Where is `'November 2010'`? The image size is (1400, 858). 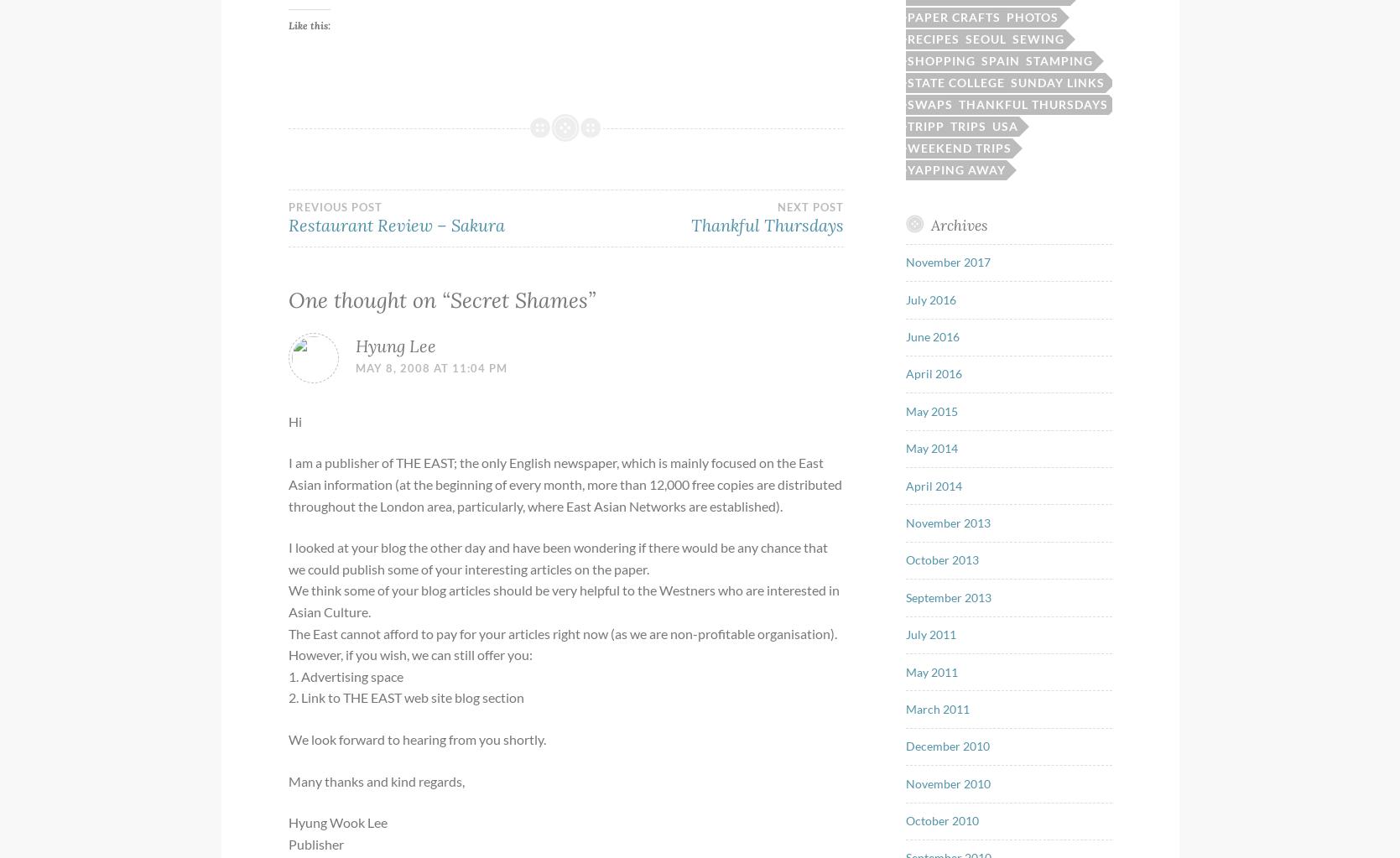
'November 2010' is located at coordinates (948, 782).